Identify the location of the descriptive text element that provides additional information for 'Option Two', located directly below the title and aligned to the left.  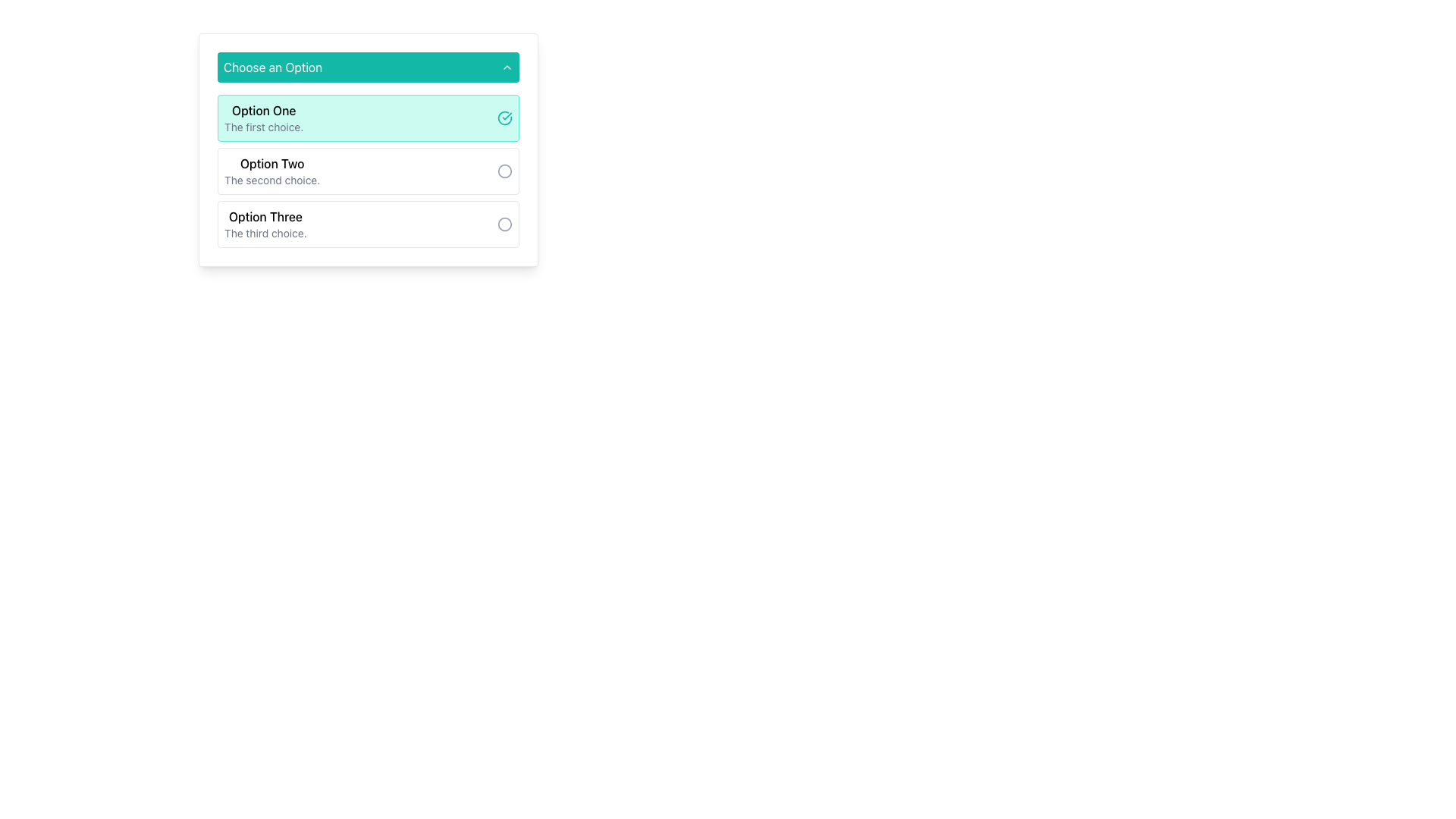
(272, 180).